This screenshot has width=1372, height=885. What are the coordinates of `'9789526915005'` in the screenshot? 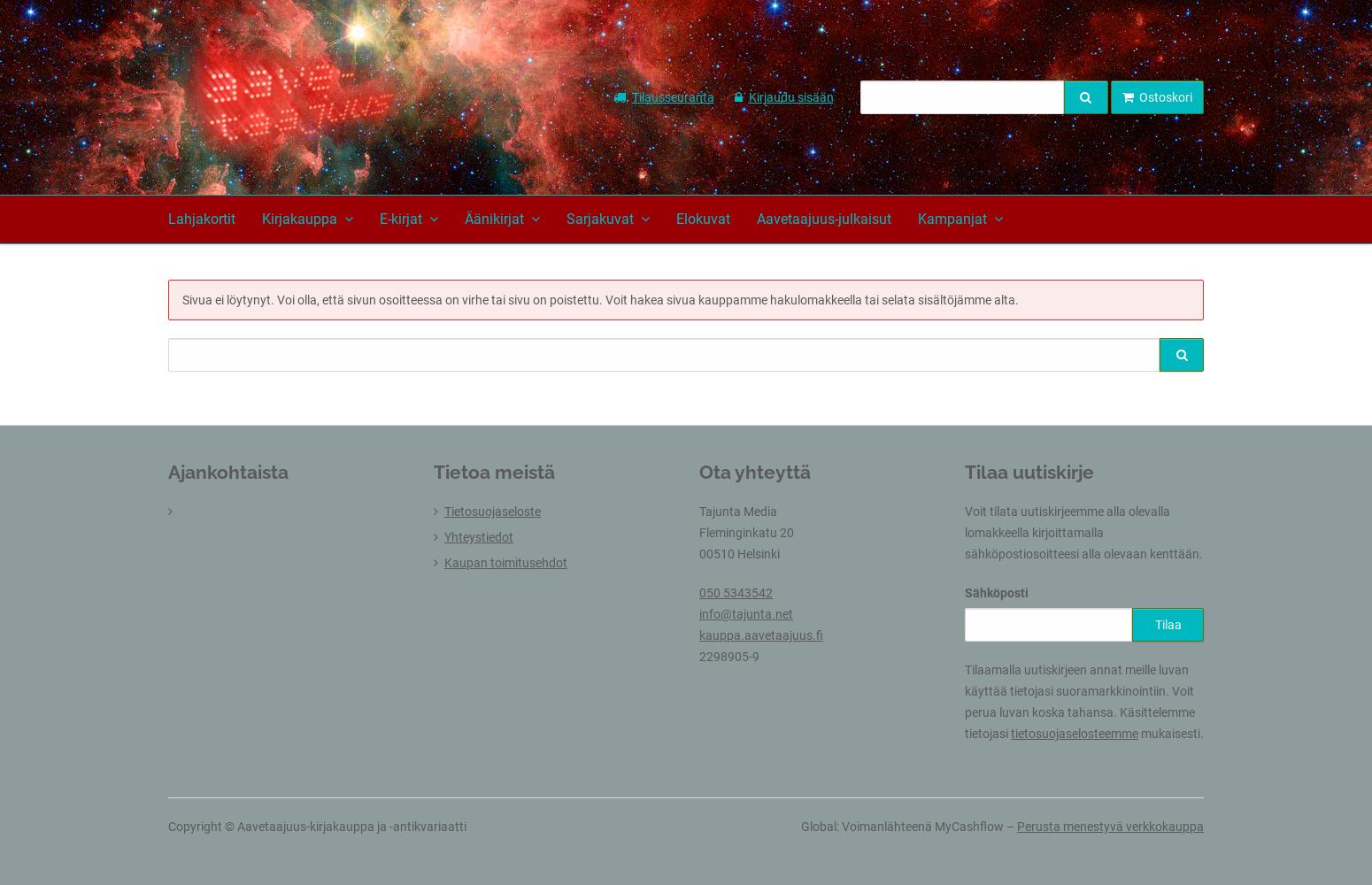 It's located at (919, 268).